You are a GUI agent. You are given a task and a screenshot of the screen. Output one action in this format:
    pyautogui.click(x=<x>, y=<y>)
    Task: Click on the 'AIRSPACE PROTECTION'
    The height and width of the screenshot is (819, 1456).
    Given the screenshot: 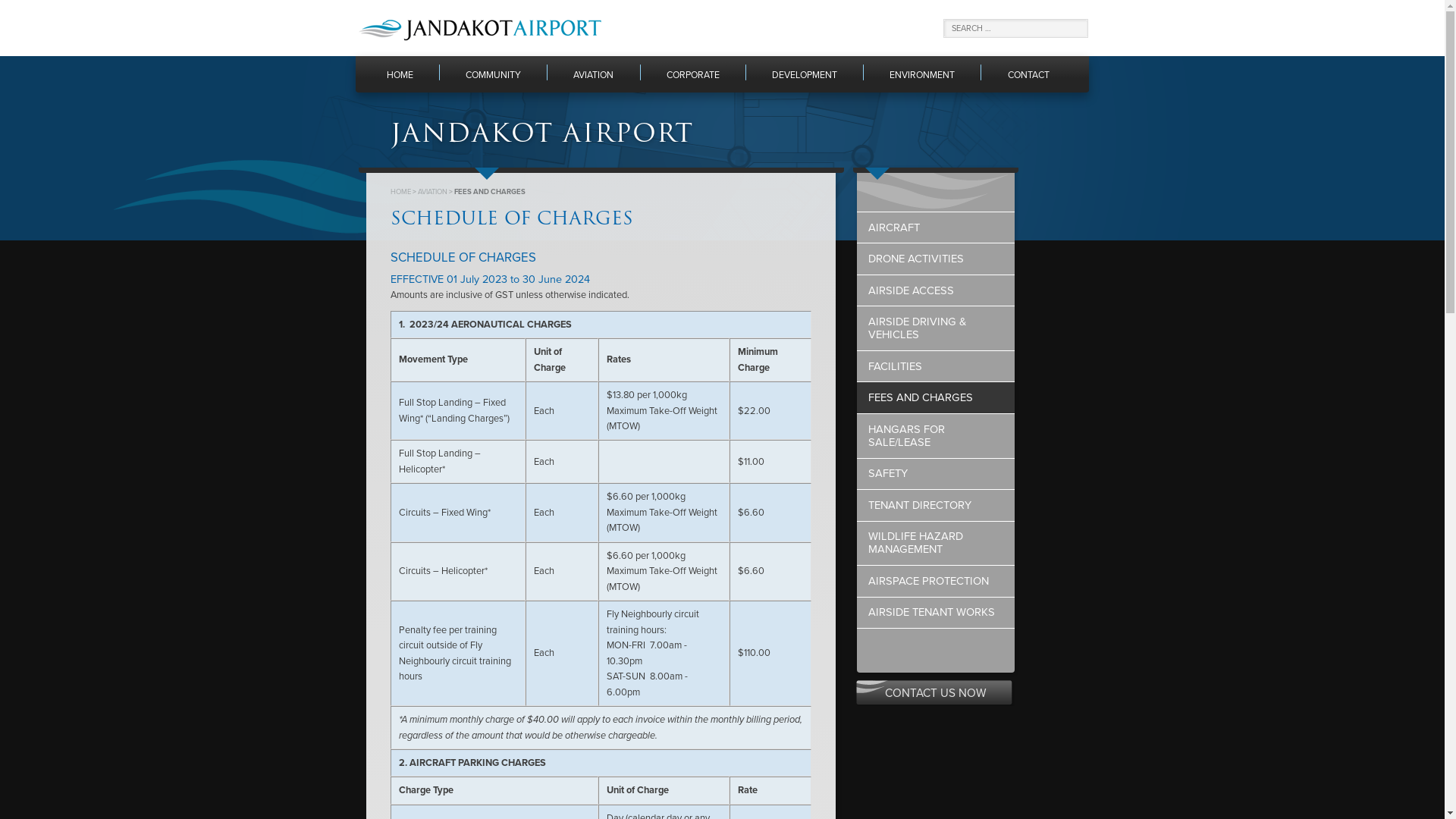 What is the action you would take?
    pyautogui.click(x=934, y=580)
    